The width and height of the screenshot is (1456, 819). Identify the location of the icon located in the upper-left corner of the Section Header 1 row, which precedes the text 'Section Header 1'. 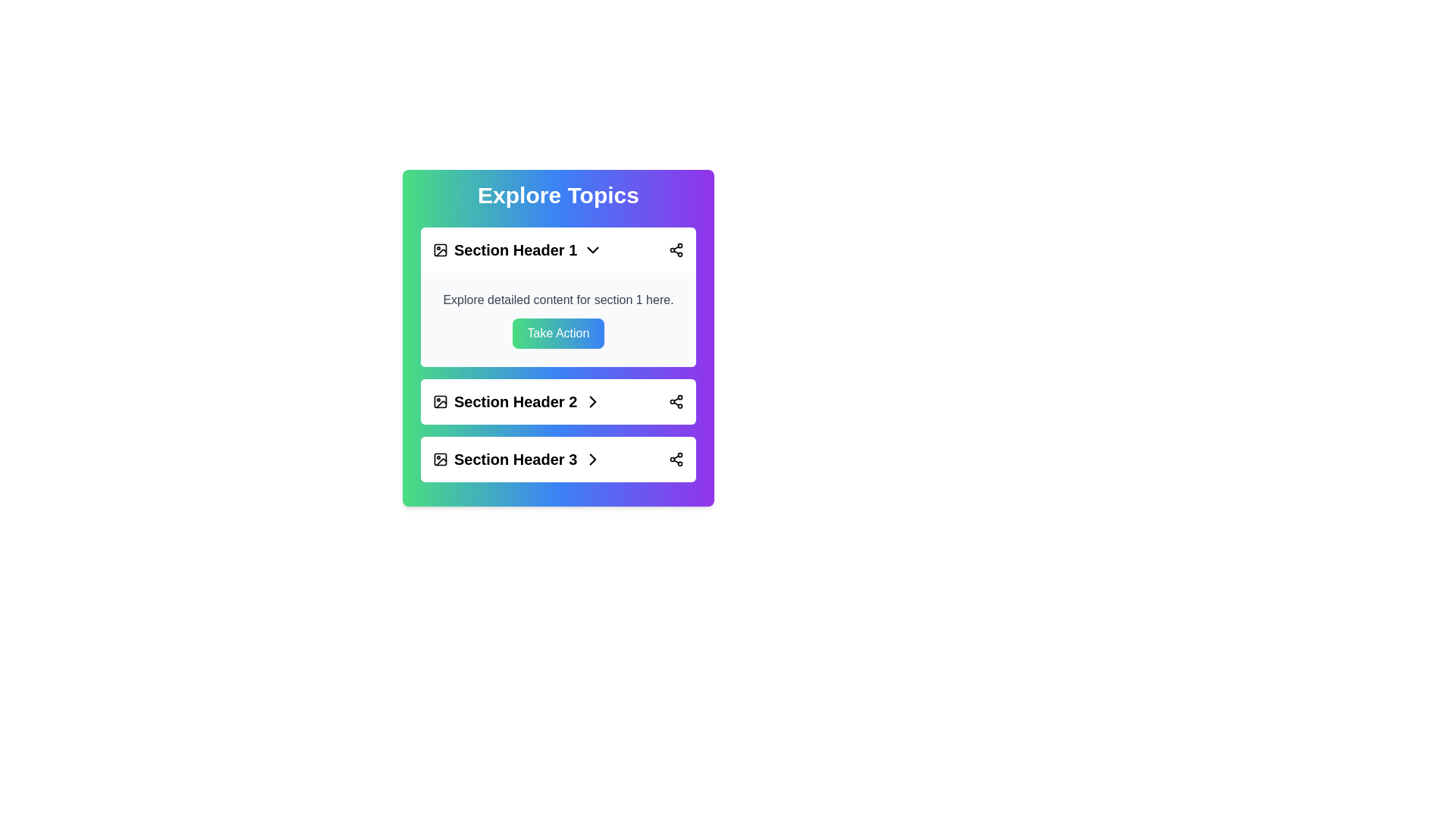
(439, 249).